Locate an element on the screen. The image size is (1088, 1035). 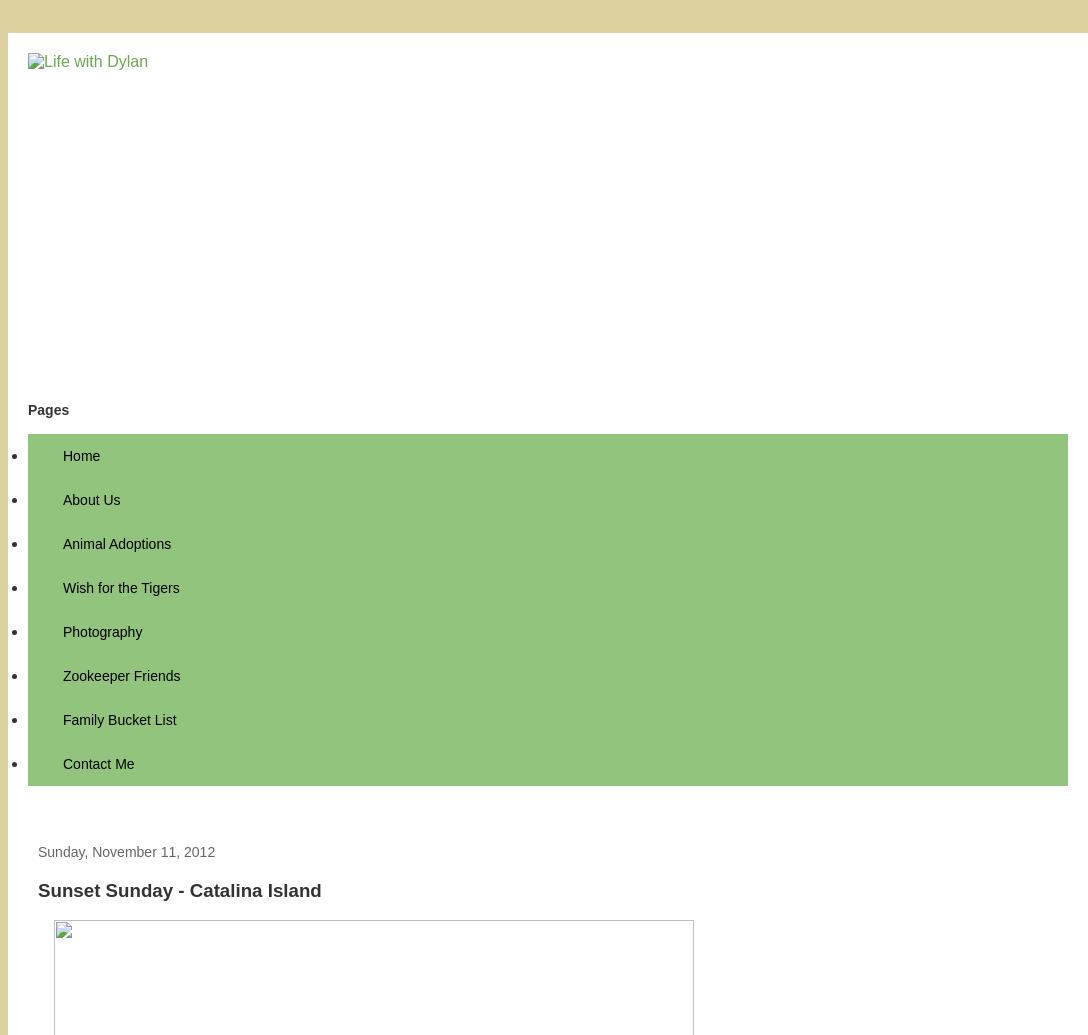
'Wish for the Tigers' is located at coordinates (120, 586).